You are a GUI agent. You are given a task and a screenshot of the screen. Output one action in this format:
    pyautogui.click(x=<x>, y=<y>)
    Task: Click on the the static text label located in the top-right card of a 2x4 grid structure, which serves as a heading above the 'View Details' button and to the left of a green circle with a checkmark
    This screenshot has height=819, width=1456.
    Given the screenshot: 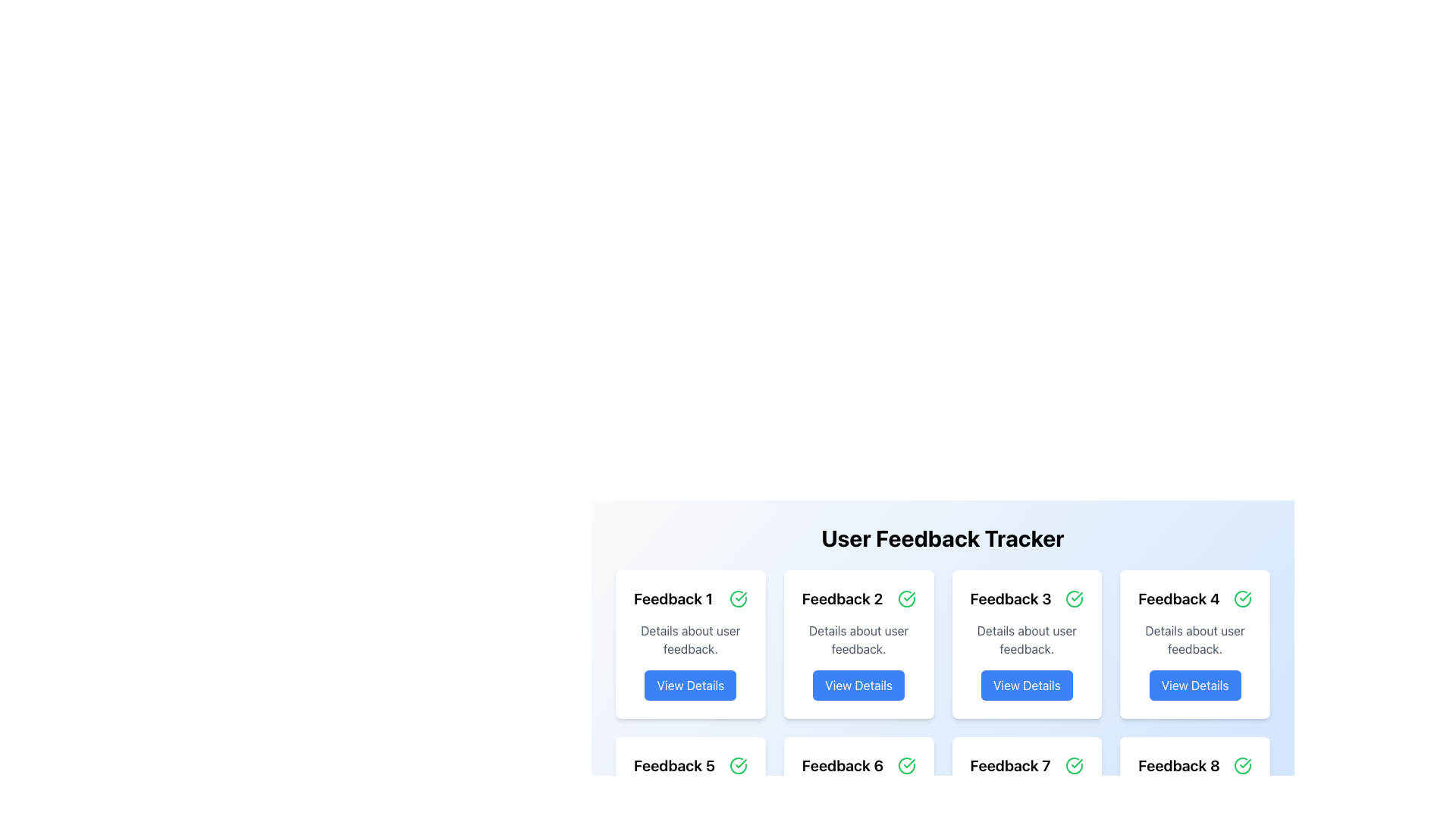 What is the action you would take?
    pyautogui.click(x=1178, y=598)
    